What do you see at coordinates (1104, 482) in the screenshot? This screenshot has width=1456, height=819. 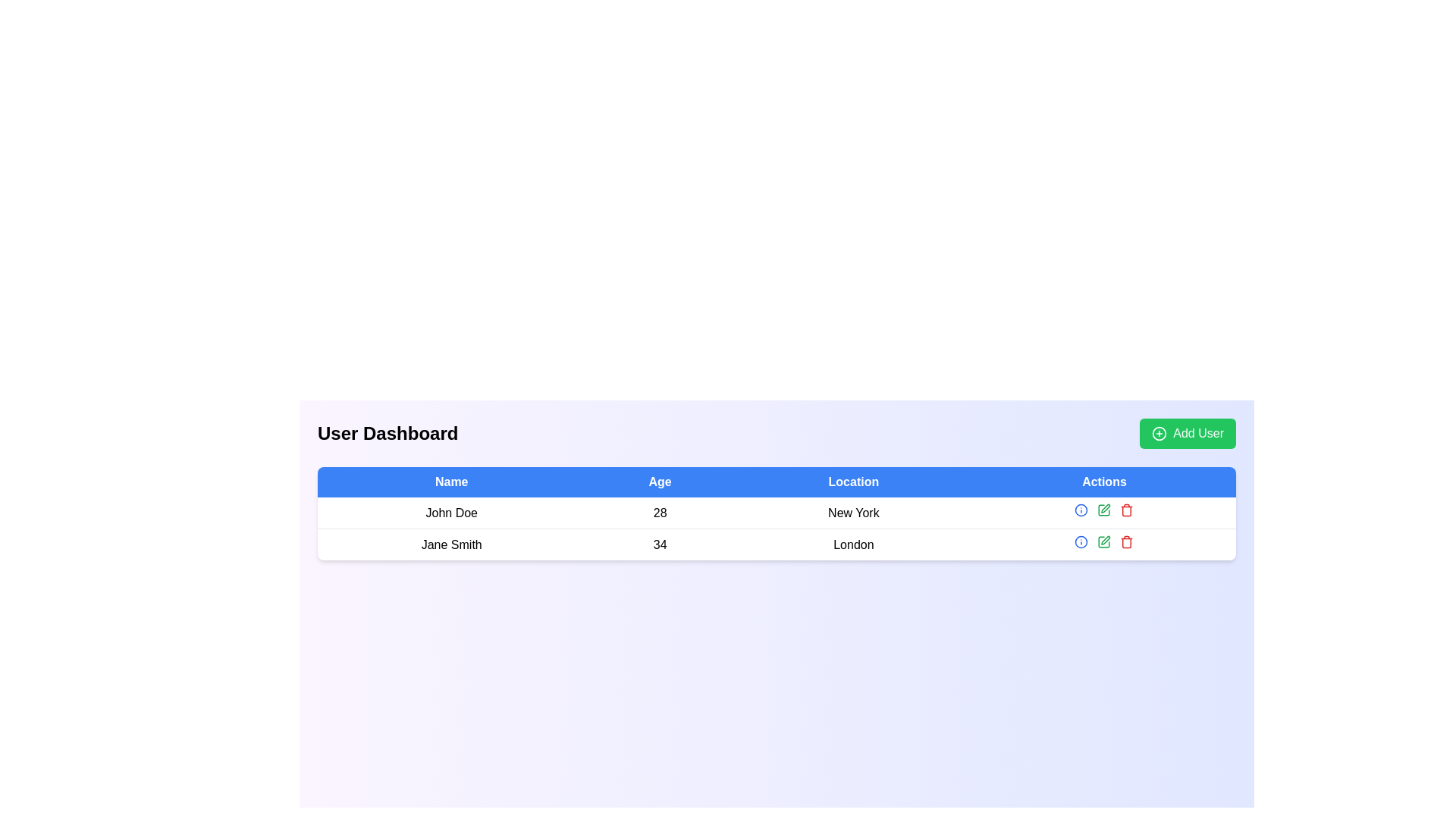 I see `the 'Actions' header component, which is a rectangular box with a blue background and bold white text, located at the rightmost position in the header row of the table` at bounding box center [1104, 482].